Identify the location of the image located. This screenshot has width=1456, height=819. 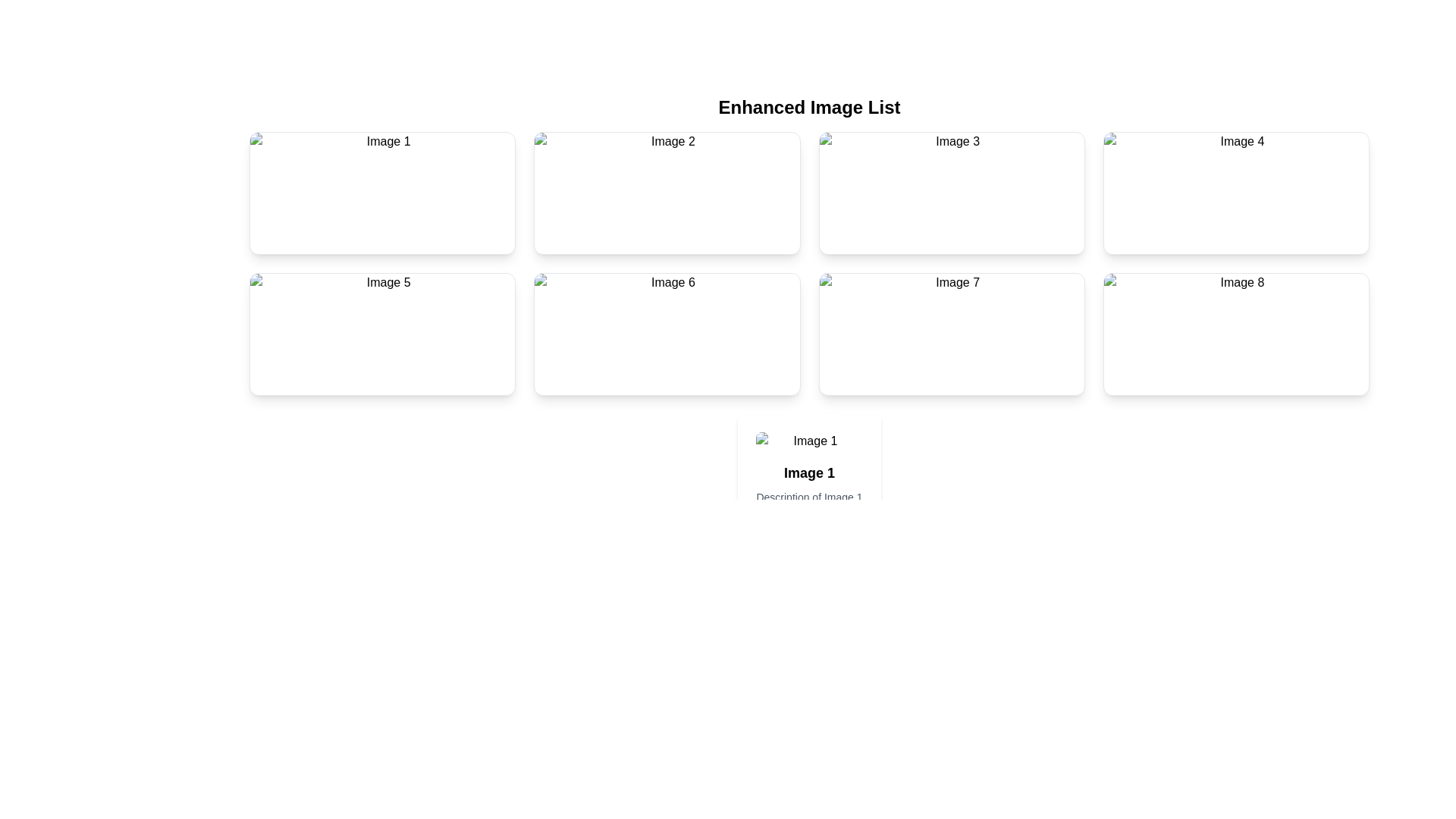
(950, 192).